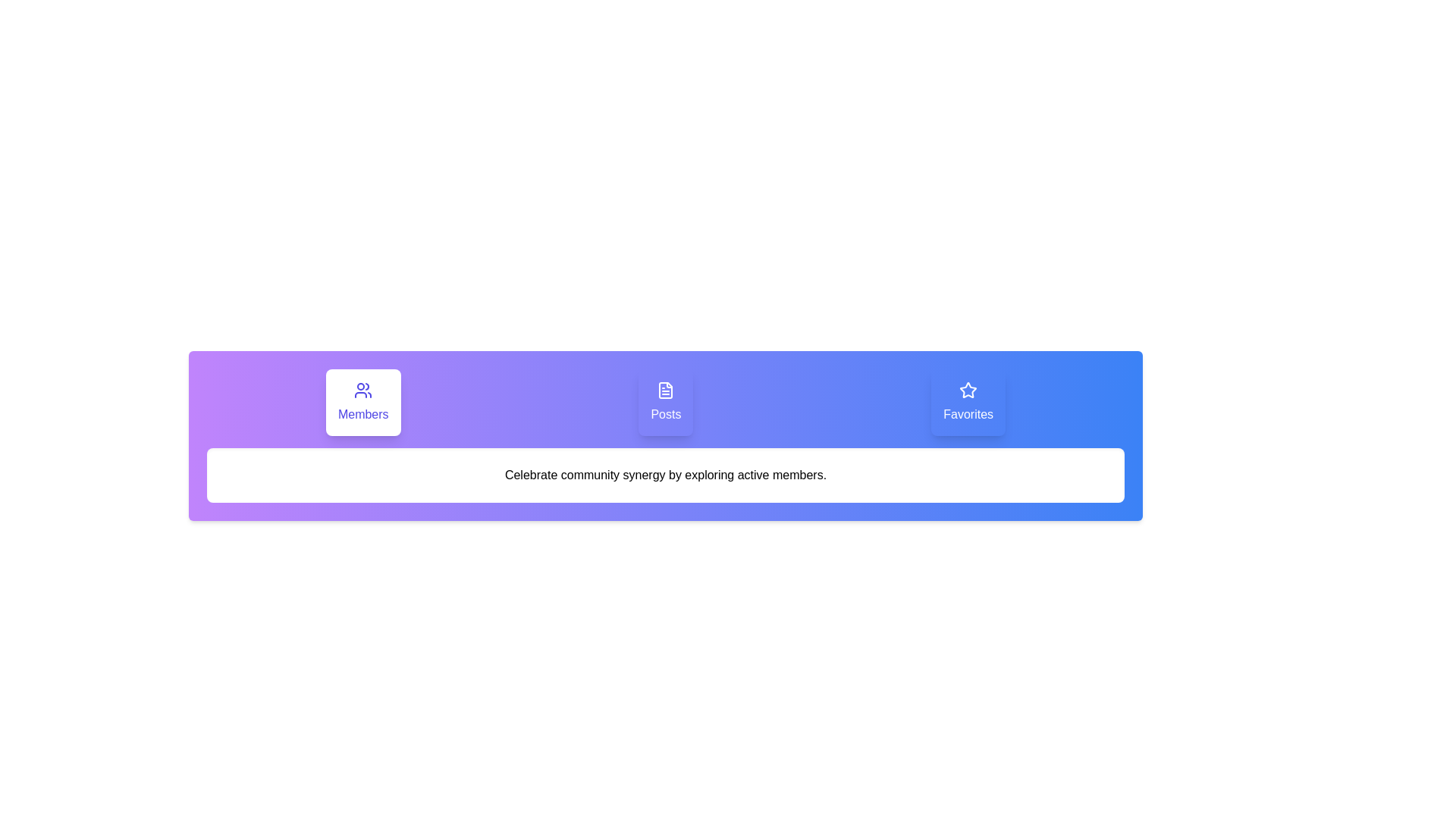 This screenshot has height=819, width=1456. What do you see at coordinates (666, 402) in the screenshot?
I see `the Posts tab by clicking on it` at bounding box center [666, 402].